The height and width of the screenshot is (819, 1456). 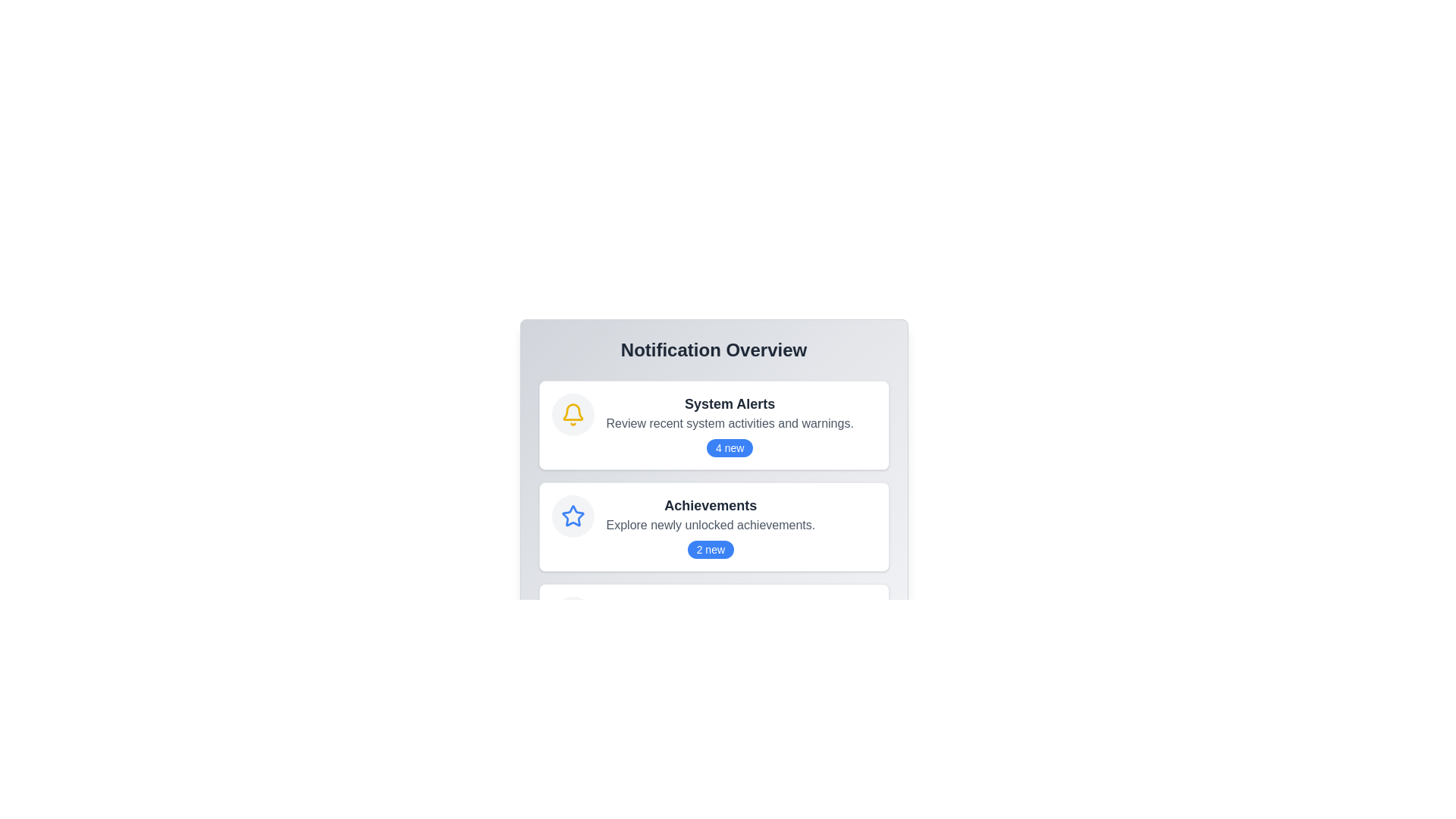 What do you see at coordinates (730, 447) in the screenshot?
I see `the Badge displaying the count of new items located in the 'System Alerts' section, positioned below the text 'Review recent system activities and warnings.'` at bounding box center [730, 447].